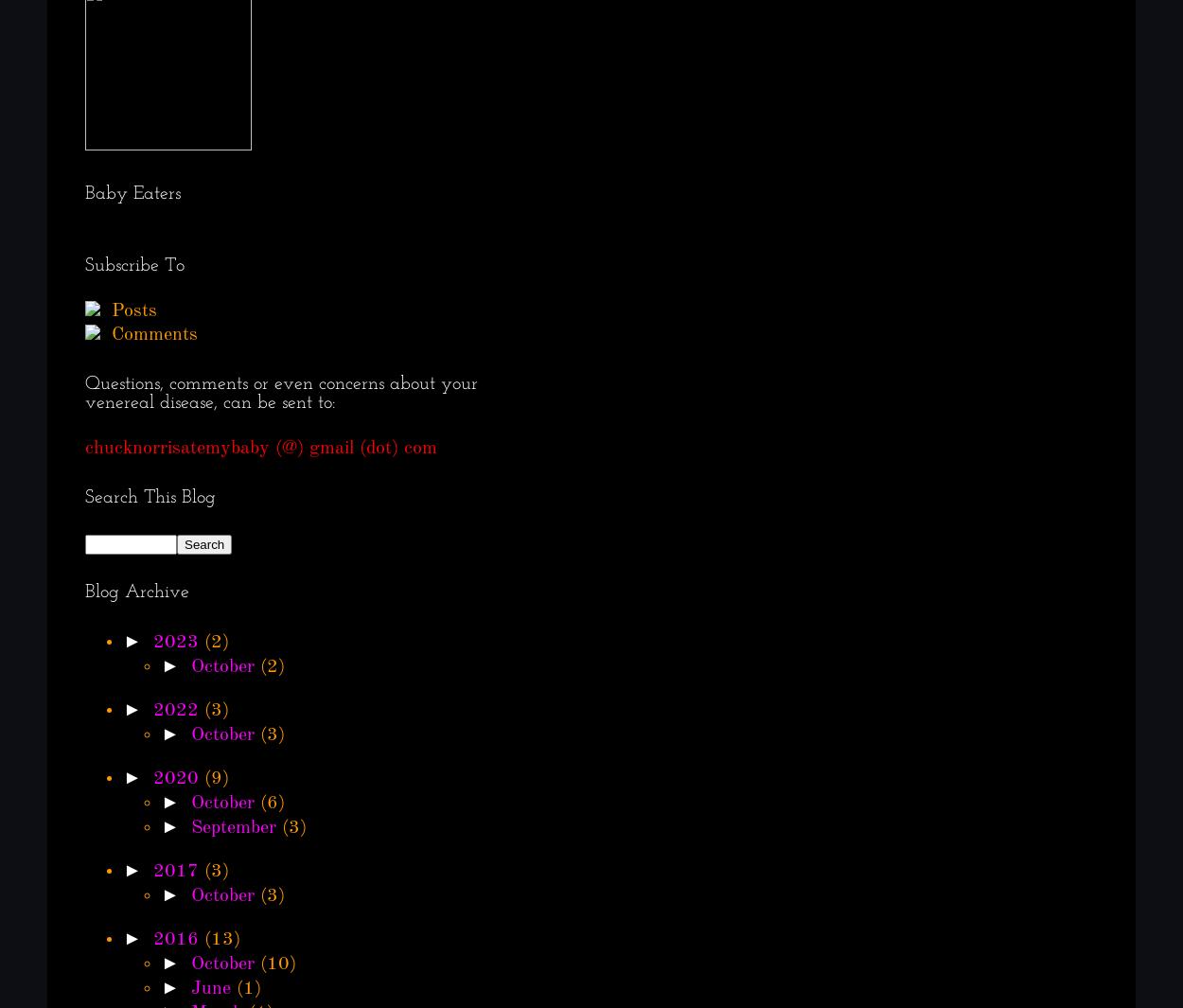  I want to click on 'June', so click(209, 988).